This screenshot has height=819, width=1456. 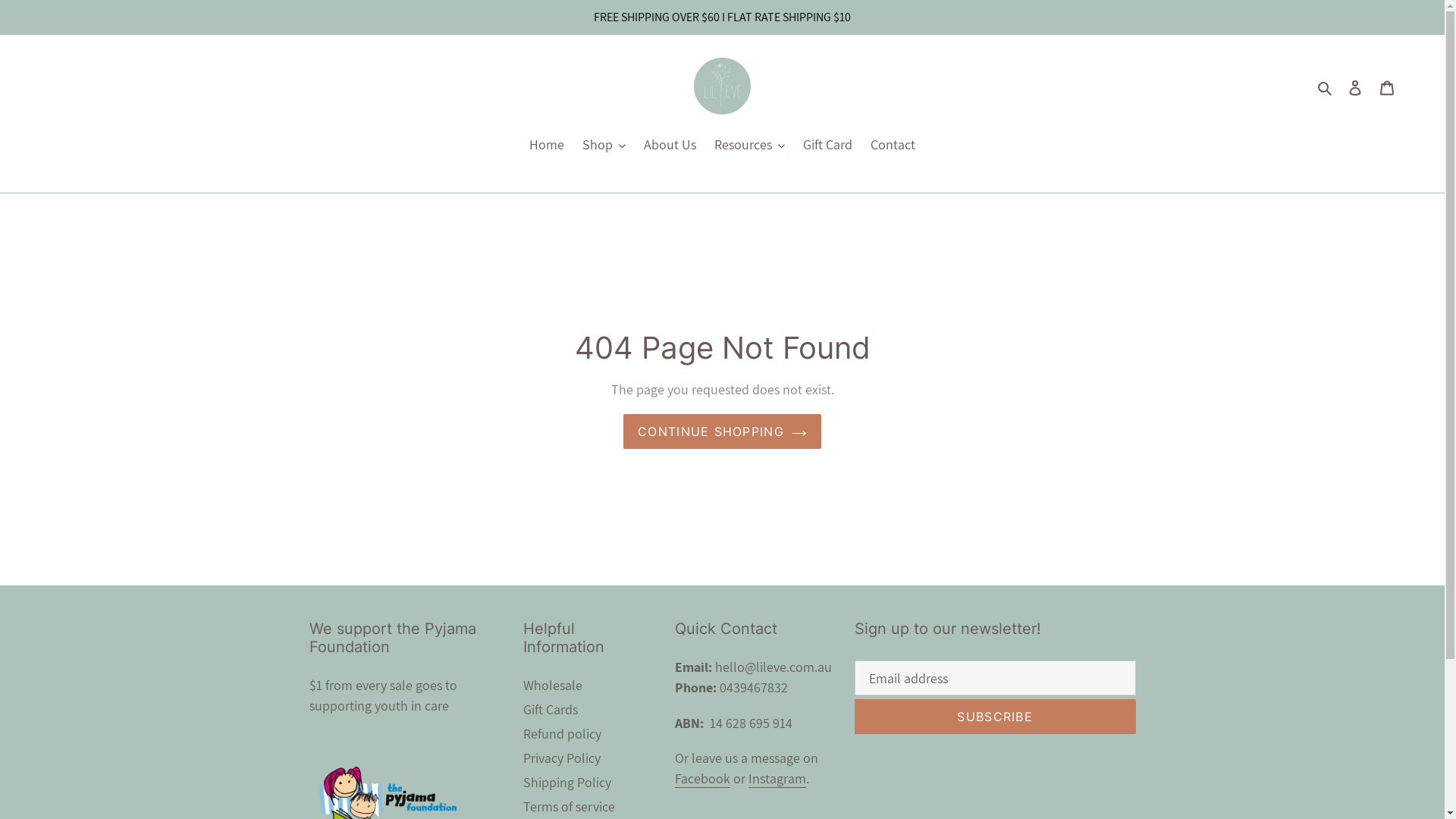 I want to click on 'Resources', so click(x=705, y=145).